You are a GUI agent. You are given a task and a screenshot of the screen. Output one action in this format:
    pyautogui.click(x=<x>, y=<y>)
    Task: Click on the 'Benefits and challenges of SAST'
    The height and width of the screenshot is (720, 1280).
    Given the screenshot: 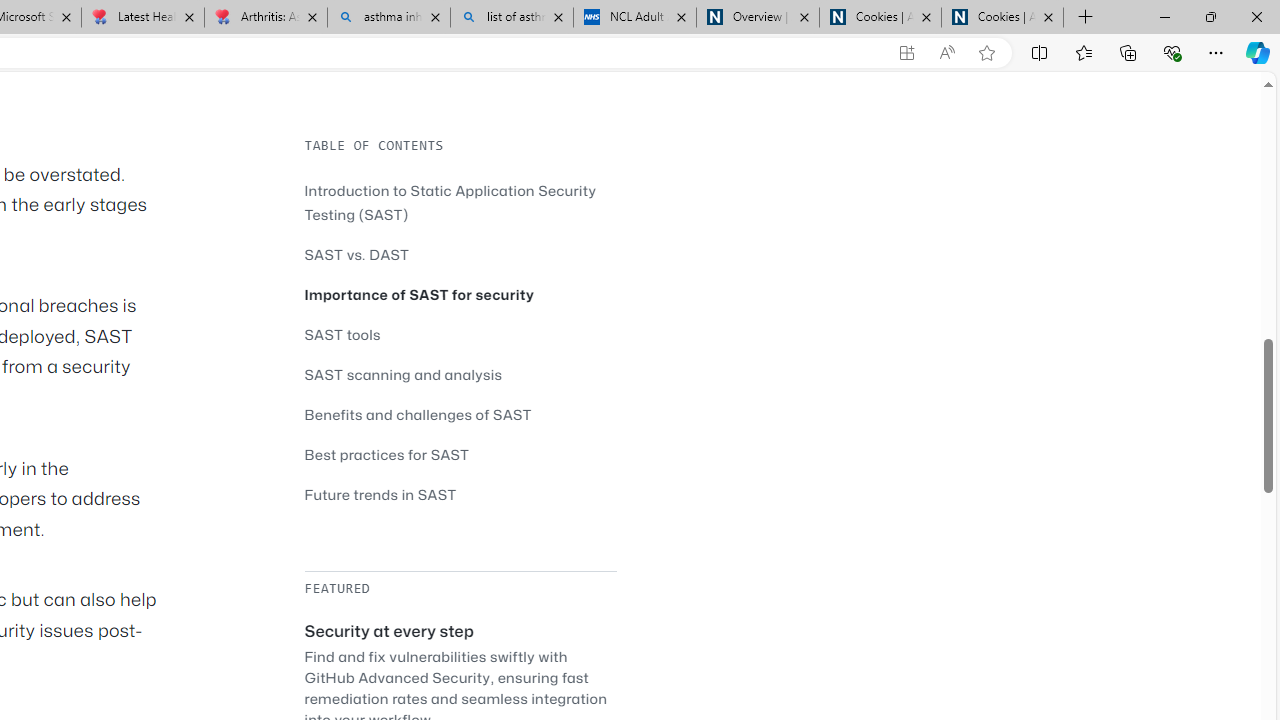 What is the action you would take?
    pyautogui.click(x=417, y=413)
    